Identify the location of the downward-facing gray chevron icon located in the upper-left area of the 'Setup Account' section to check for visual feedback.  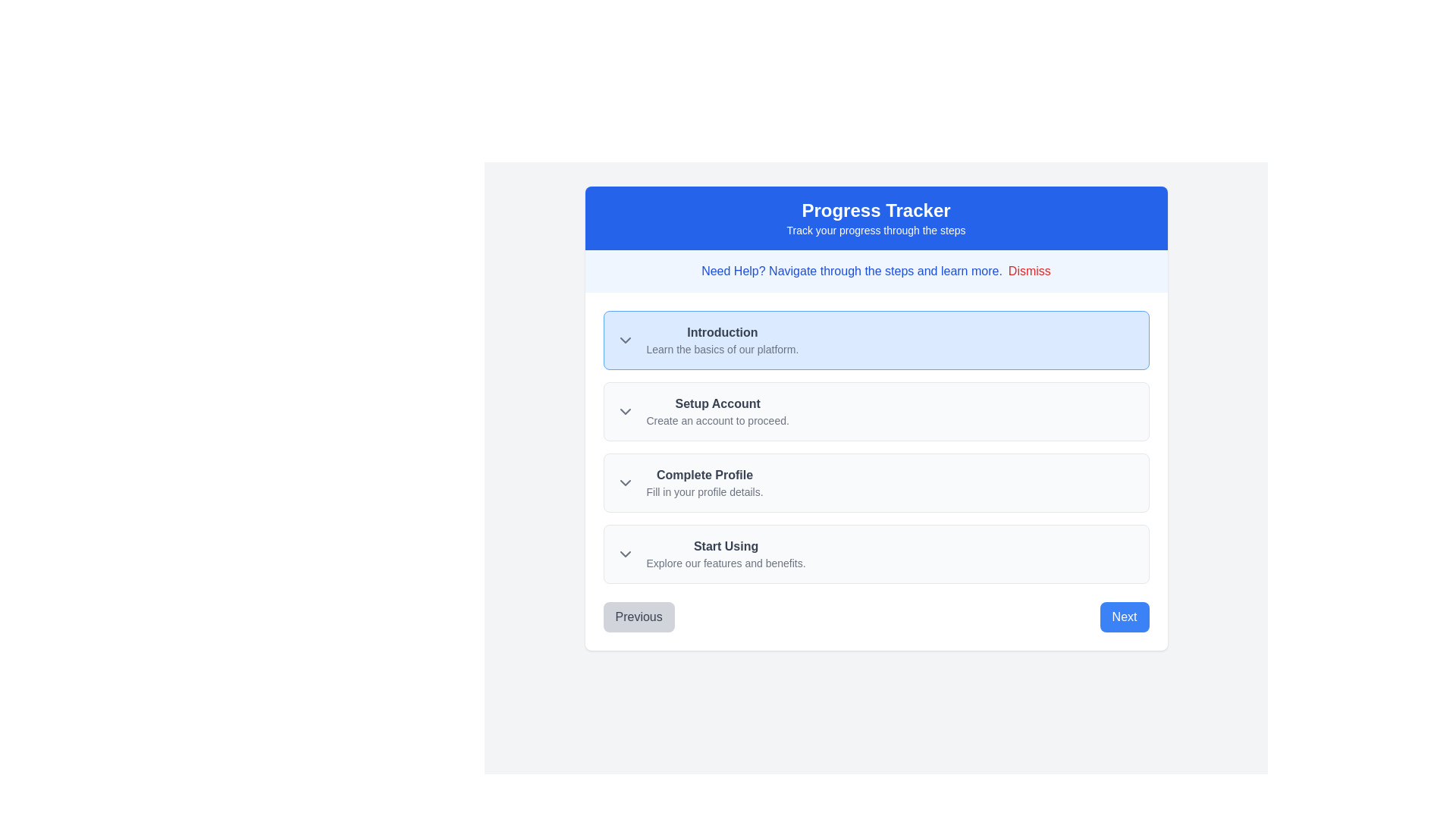
(625, 412).